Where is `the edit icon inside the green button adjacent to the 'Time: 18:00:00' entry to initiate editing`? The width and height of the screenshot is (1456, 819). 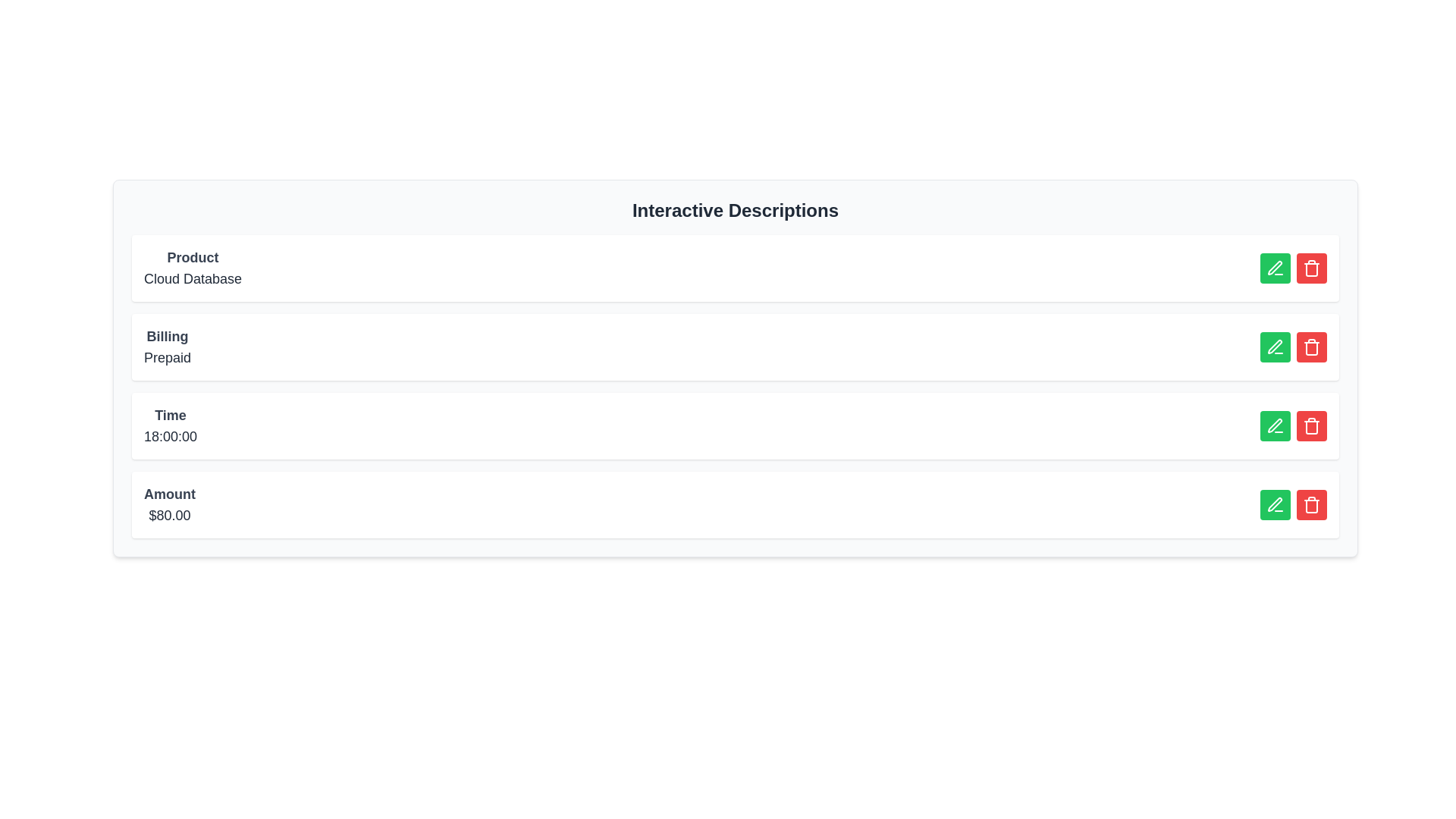 the edit icon inside the green button adjacent to the 'Time: 18:00:00' entry to initiate editing is located at coordinates (1274, 426).